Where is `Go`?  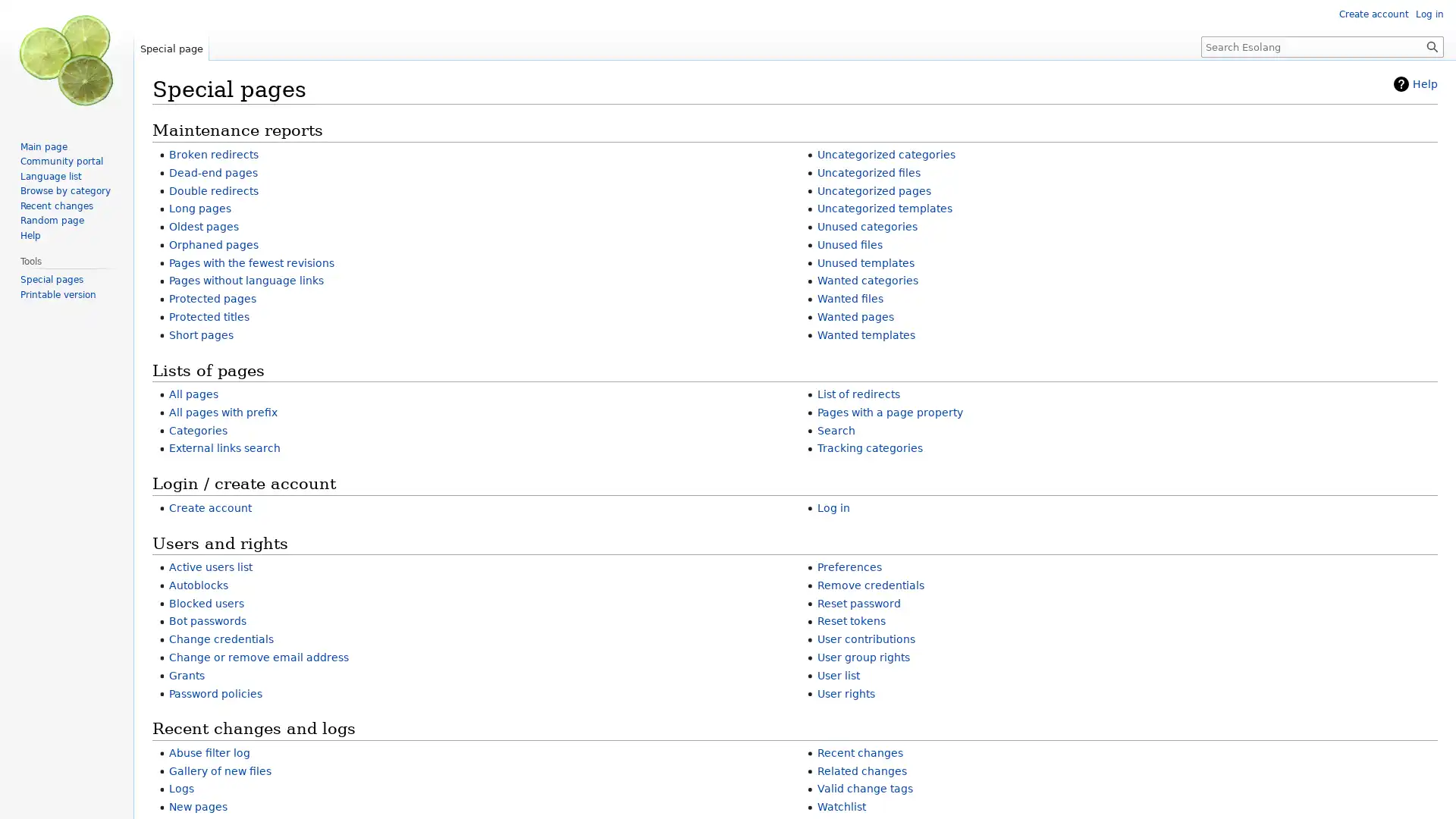
Go is located at coordinates (1432, 45).